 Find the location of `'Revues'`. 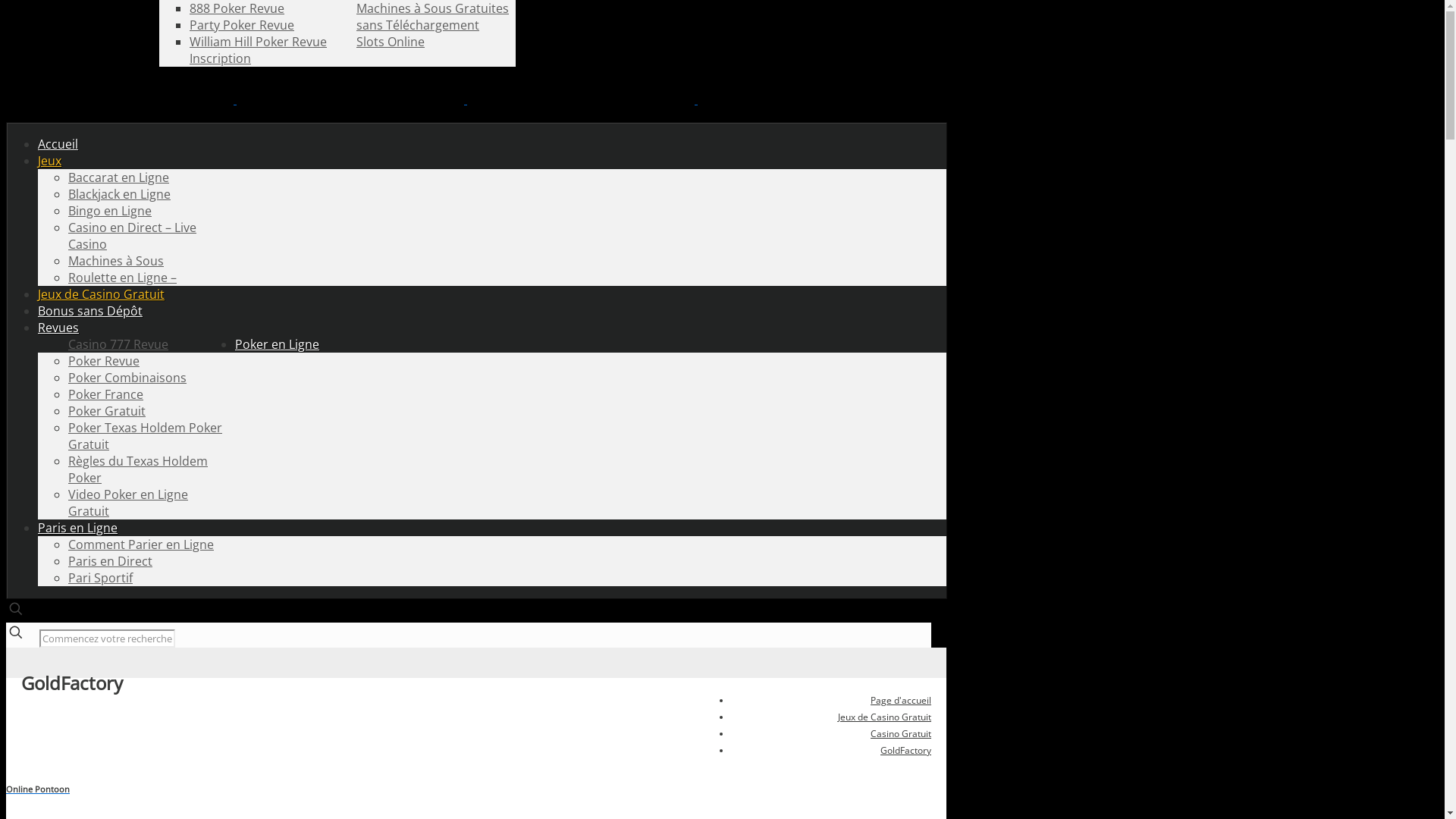

'Revues' is located at coordinates (58, 327).